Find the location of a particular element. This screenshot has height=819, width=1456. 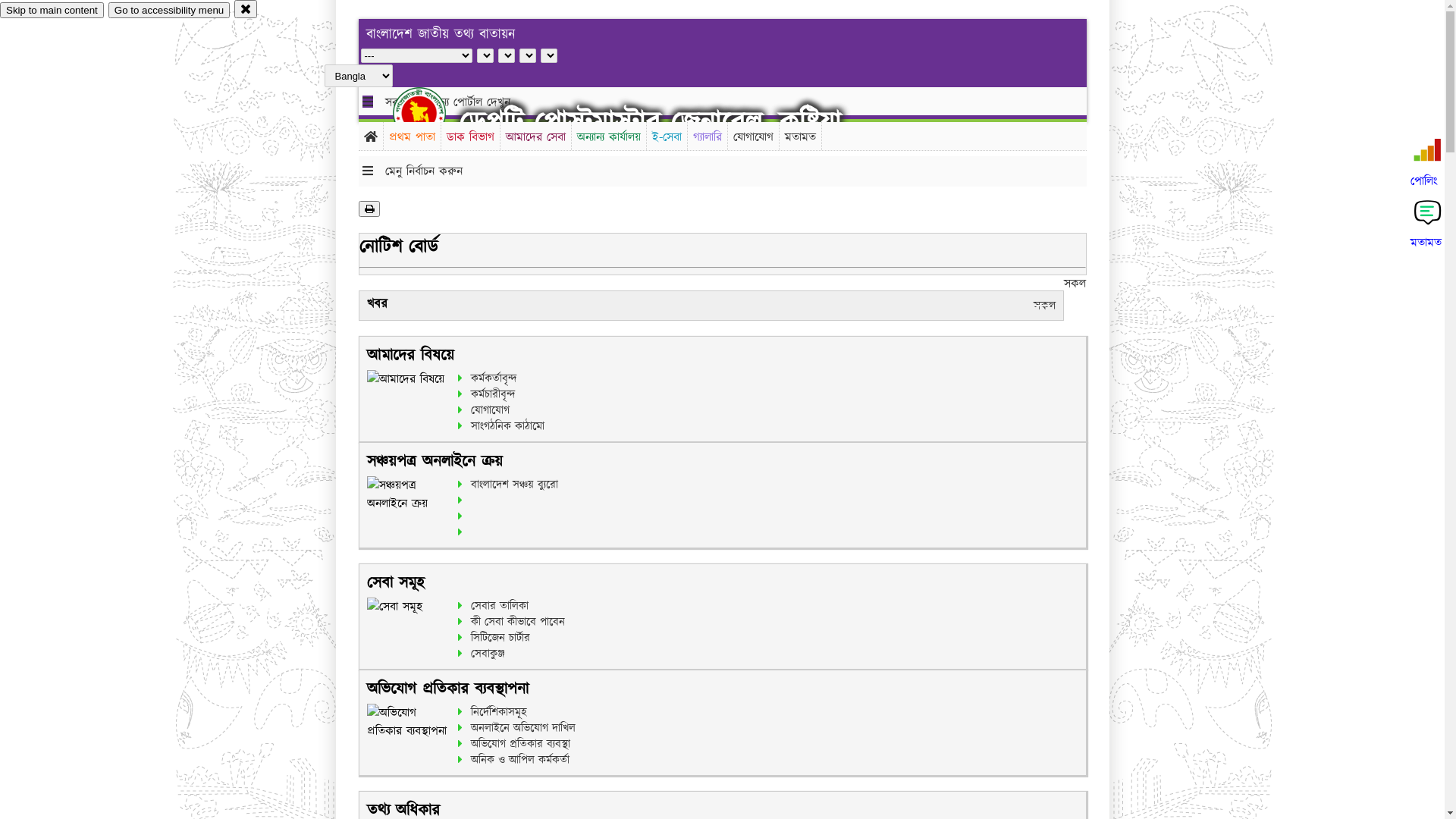

'Go to accessibility menu' is located at coordinates (168, 10).